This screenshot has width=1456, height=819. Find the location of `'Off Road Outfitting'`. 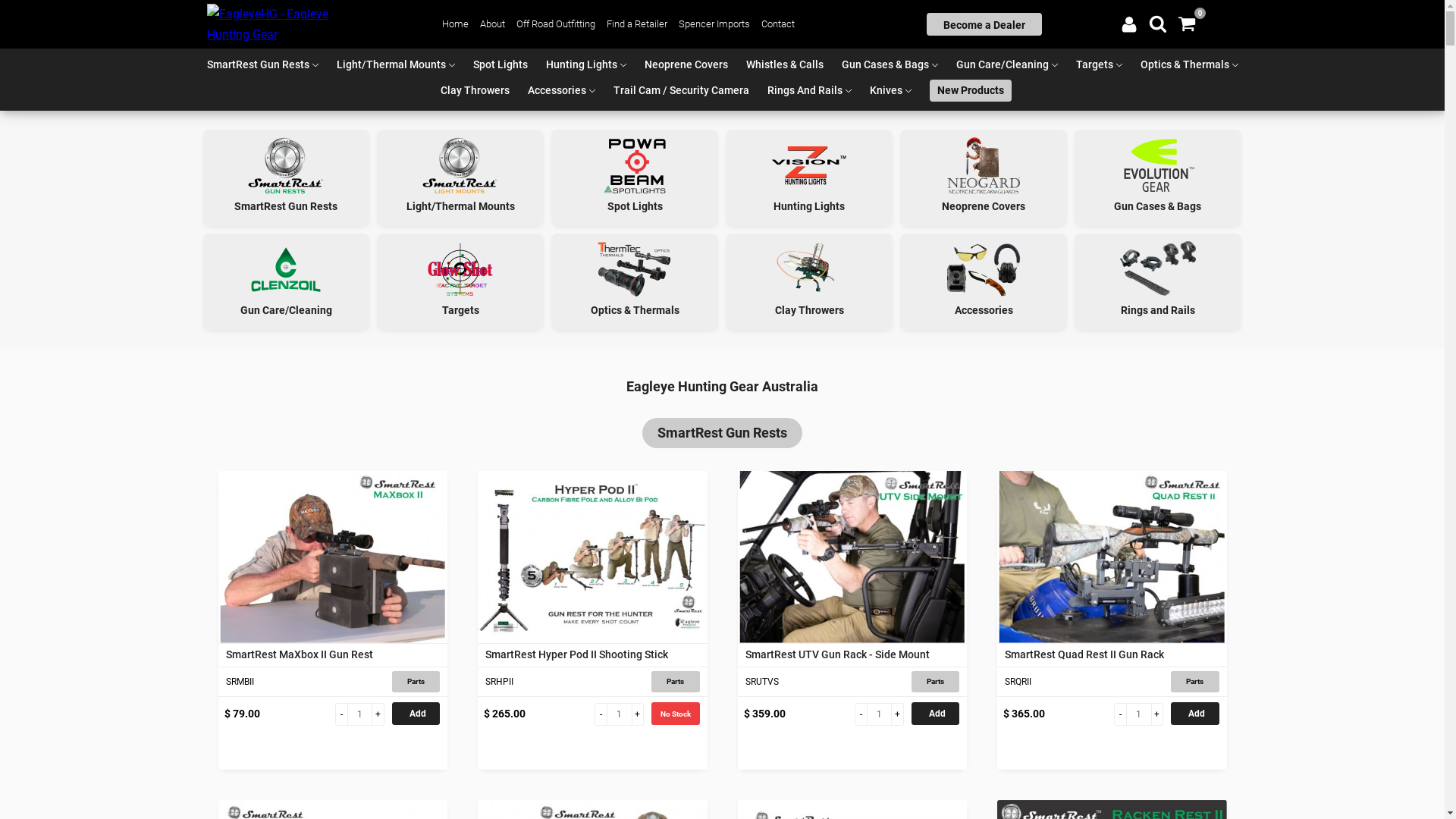

'Off Road Outfitting' is located at coordinates (516, 24).